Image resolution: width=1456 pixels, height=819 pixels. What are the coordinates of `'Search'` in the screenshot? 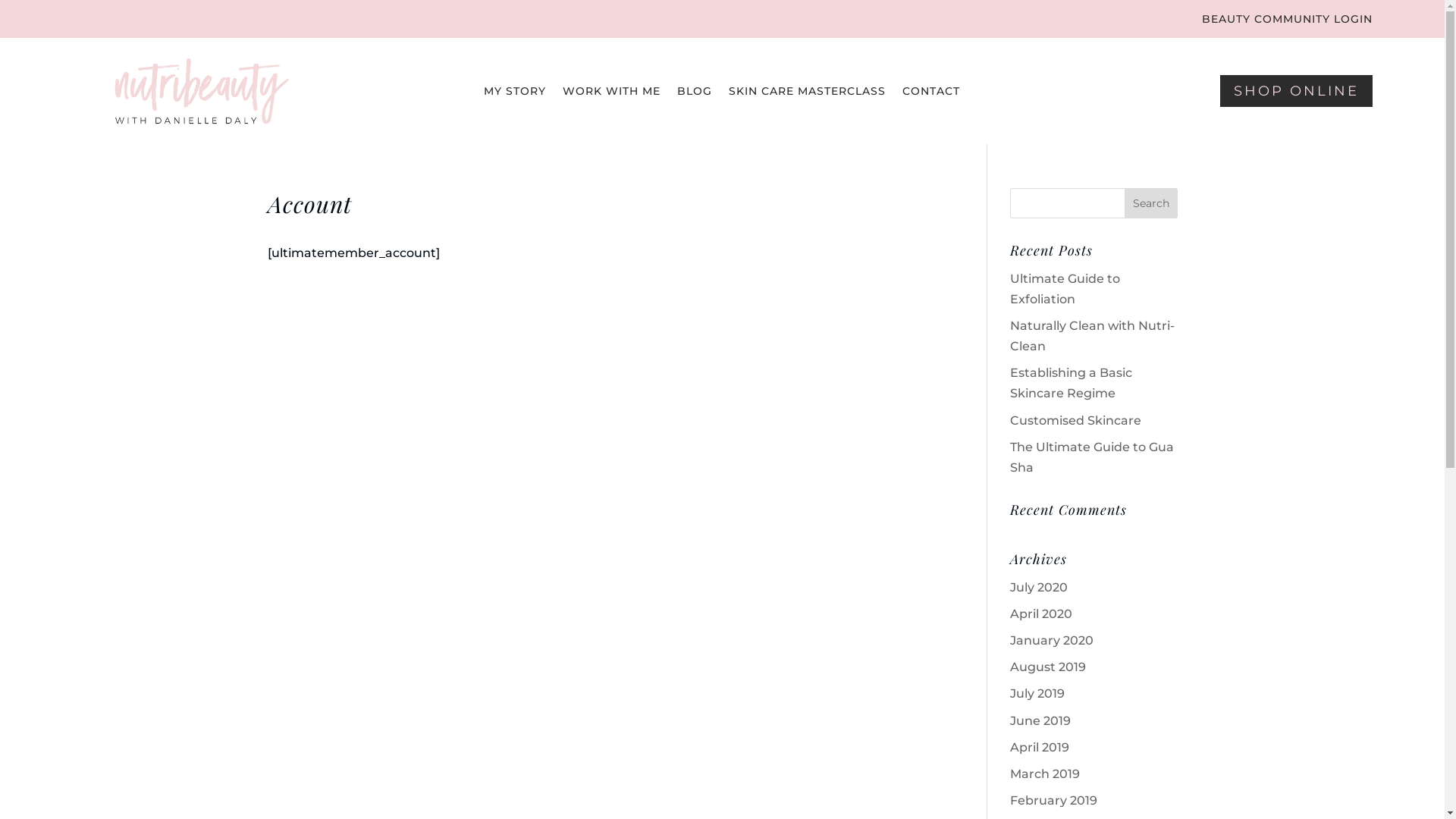 It's located at (1150, 202).